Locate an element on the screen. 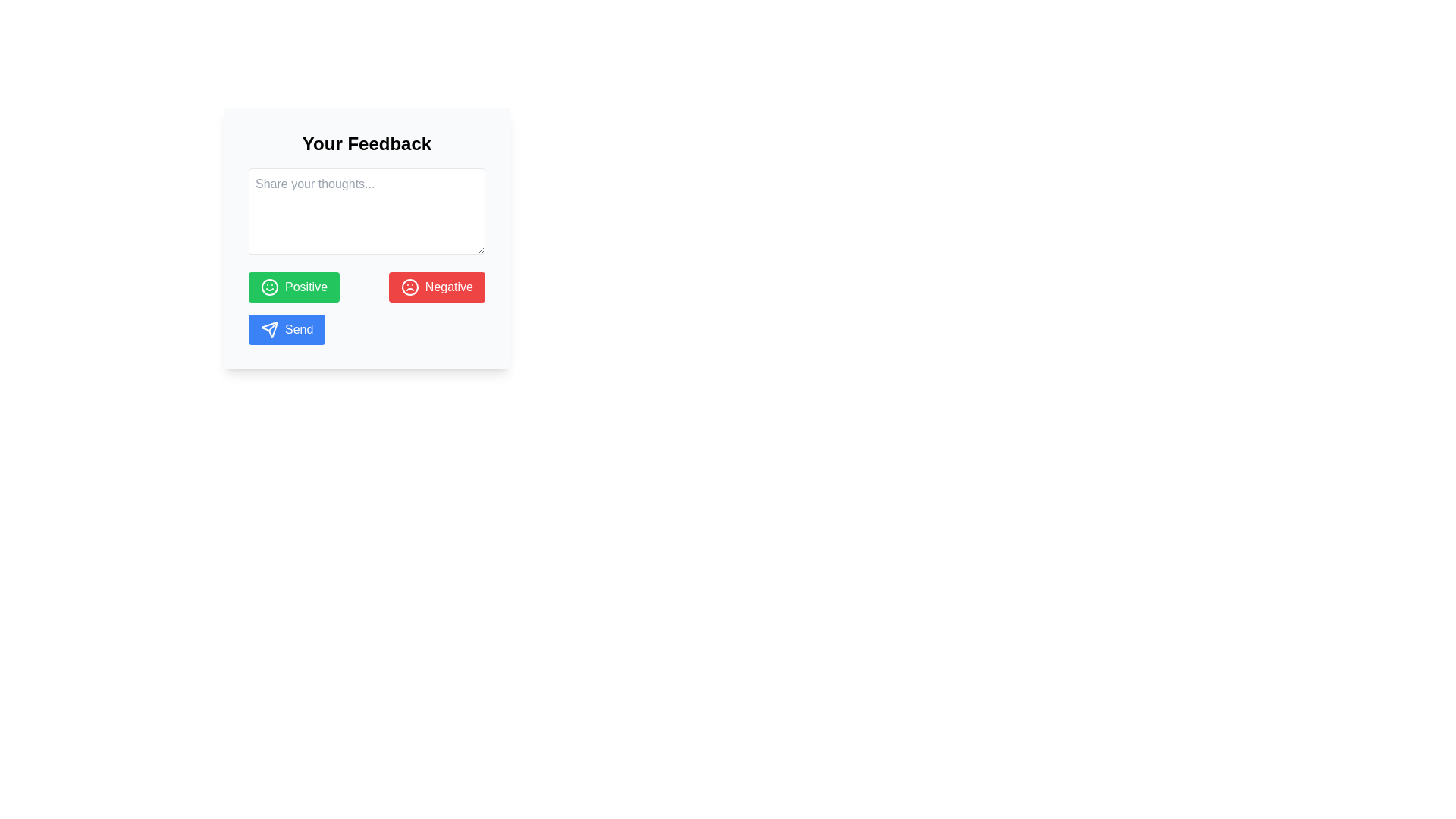  the submit button located in the lower section of the feedback form, which triggers a color change is located at coordinates (287, 329).